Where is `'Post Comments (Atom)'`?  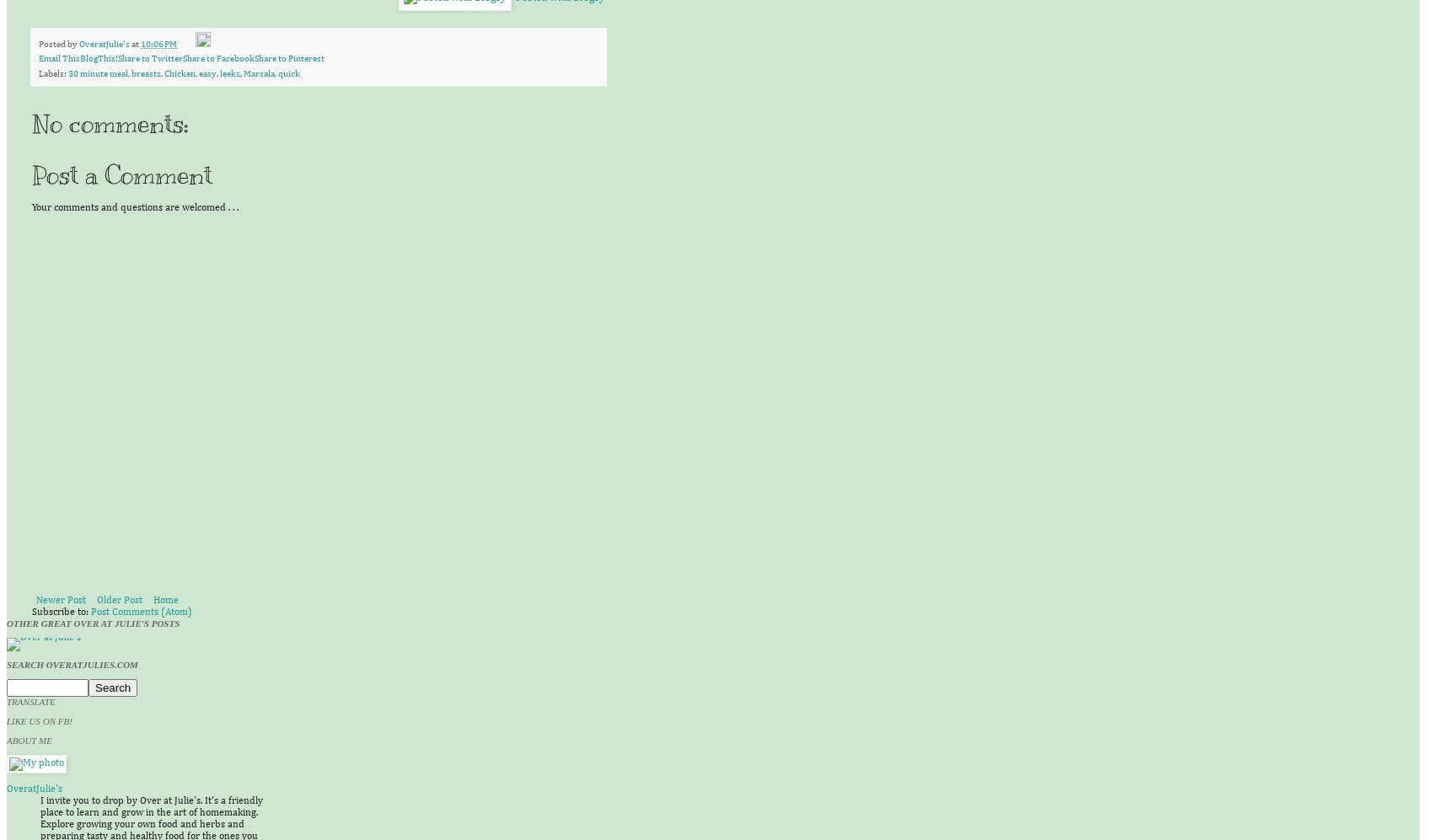
'Post Comments (Atom)' is located at coordinates (140, 613).